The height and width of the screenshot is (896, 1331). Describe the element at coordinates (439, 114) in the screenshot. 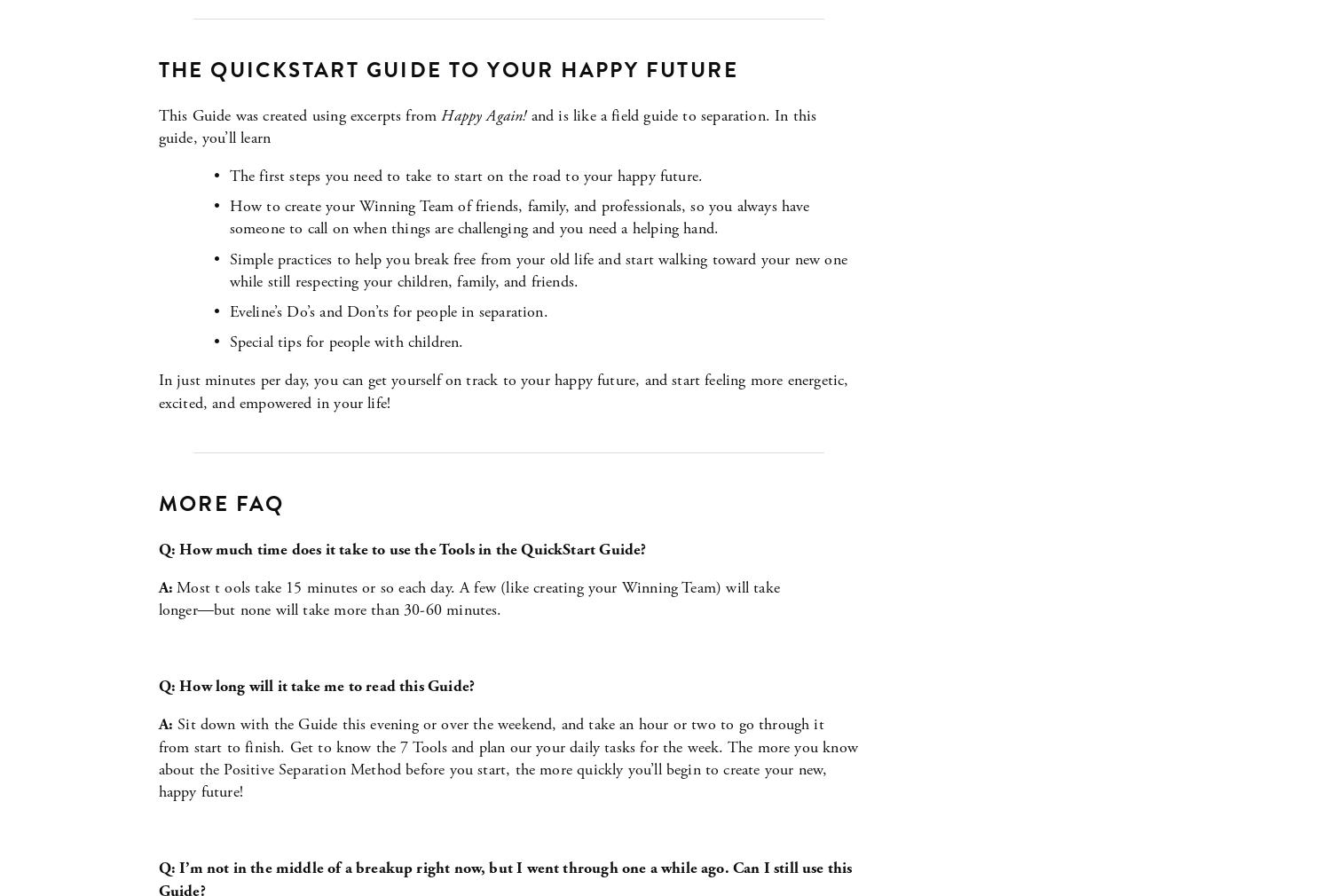

I see `'Happy Again!'` at that location.